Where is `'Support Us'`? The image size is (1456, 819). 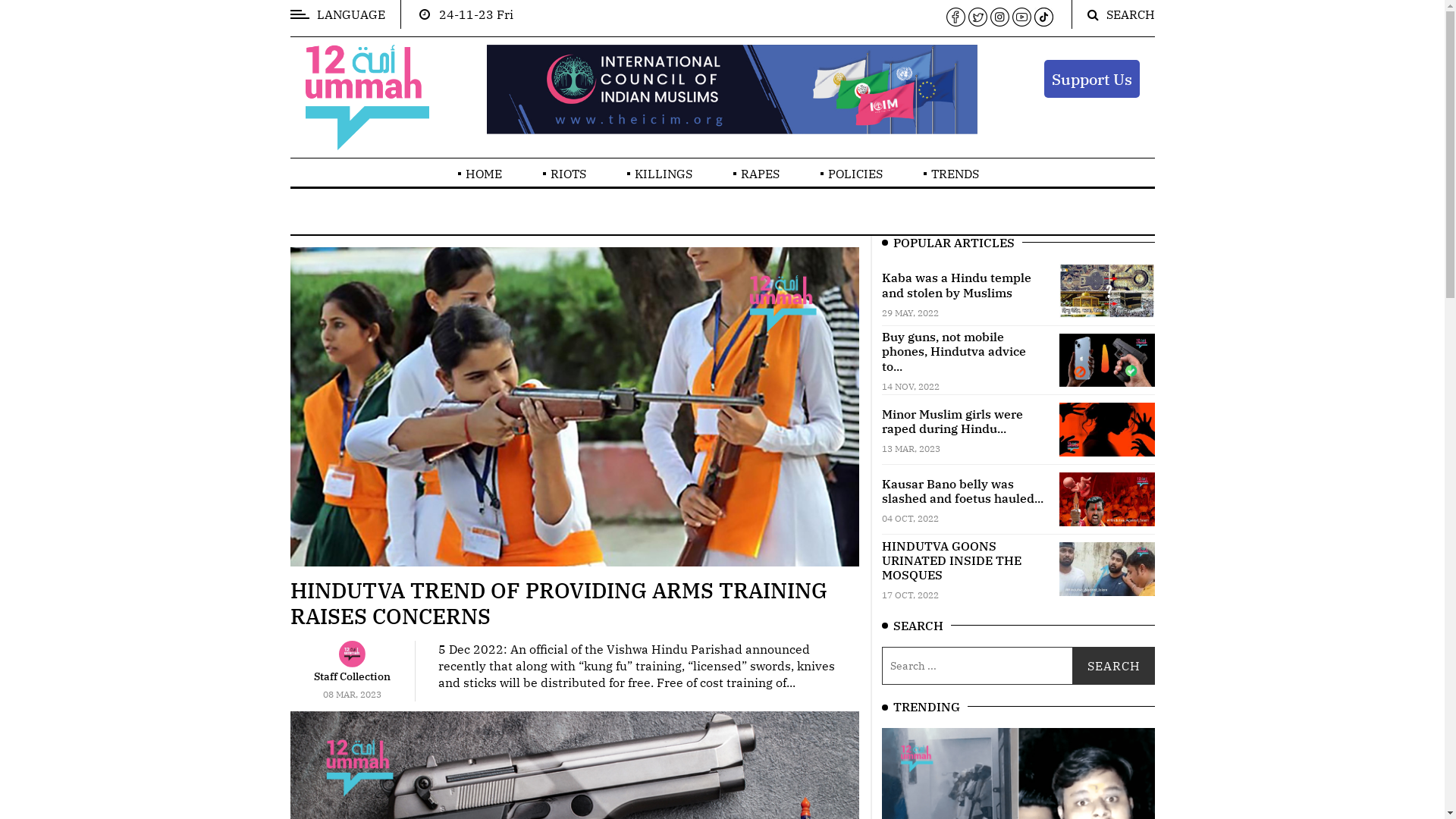
'Support Us' is located at coordinates (1090, 78).